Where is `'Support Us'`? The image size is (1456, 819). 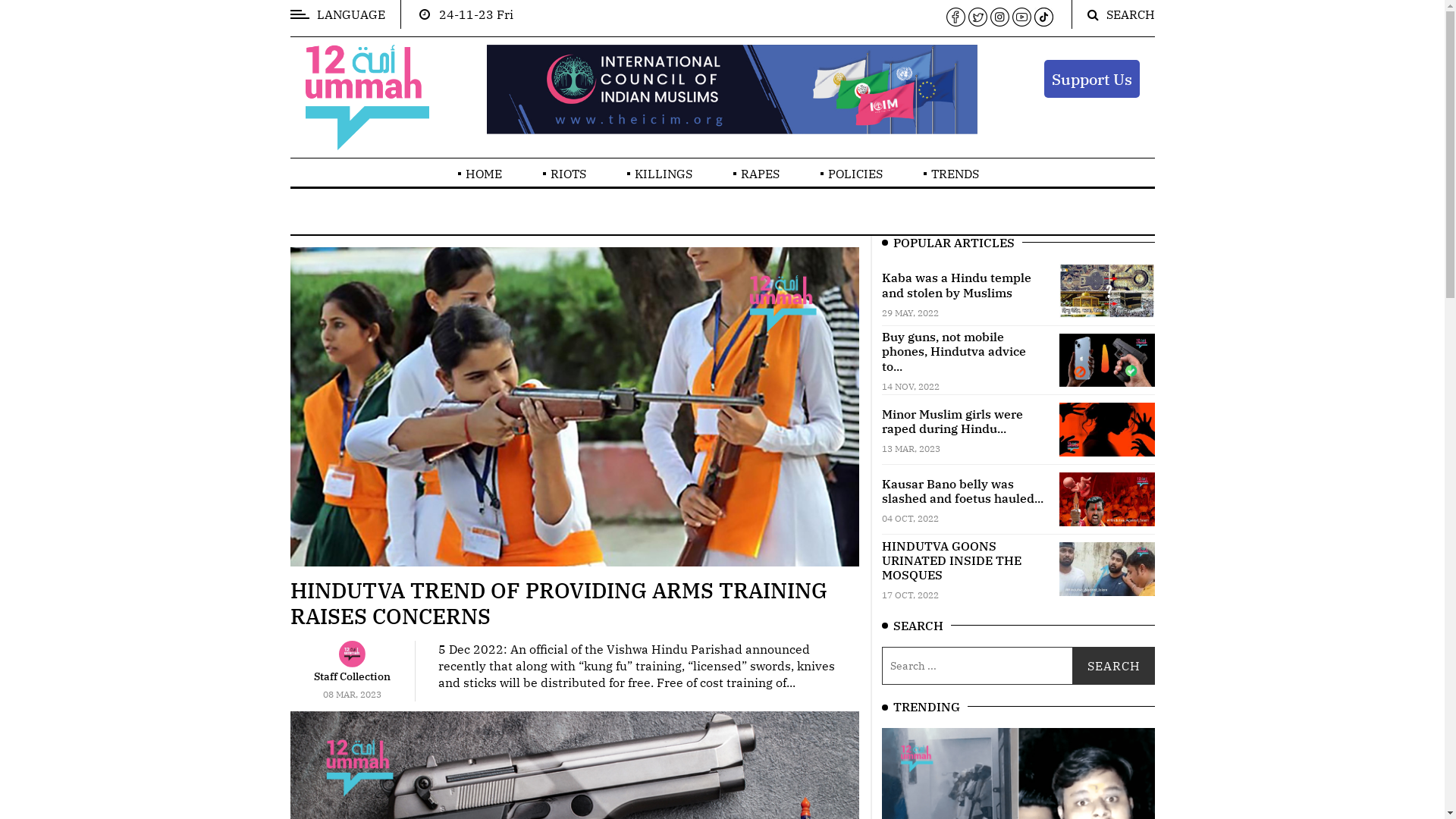
'Support Us' is located at coordinates (1090, 78).